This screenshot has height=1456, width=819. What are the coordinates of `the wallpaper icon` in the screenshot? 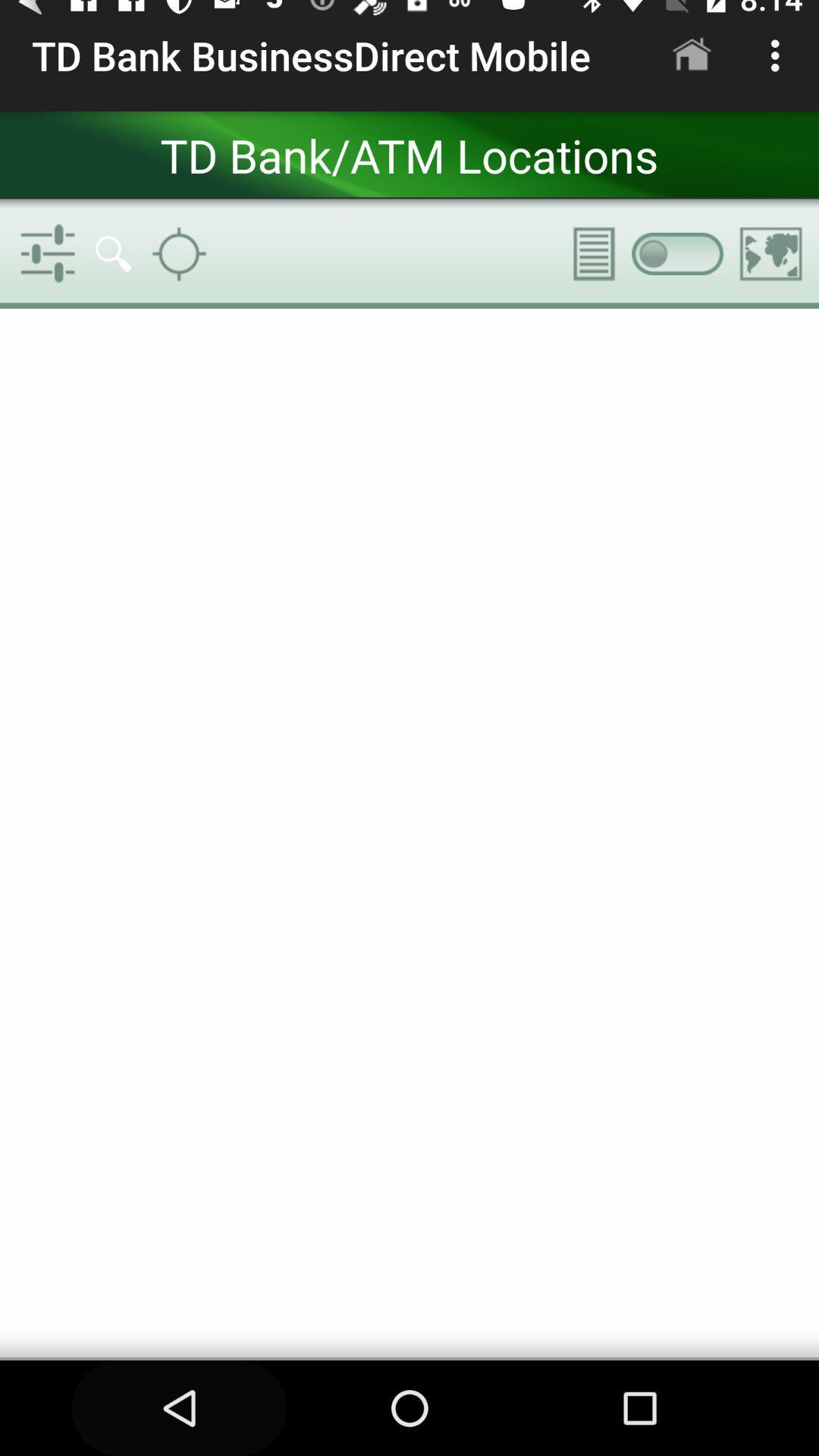 It's located at (771, 253).